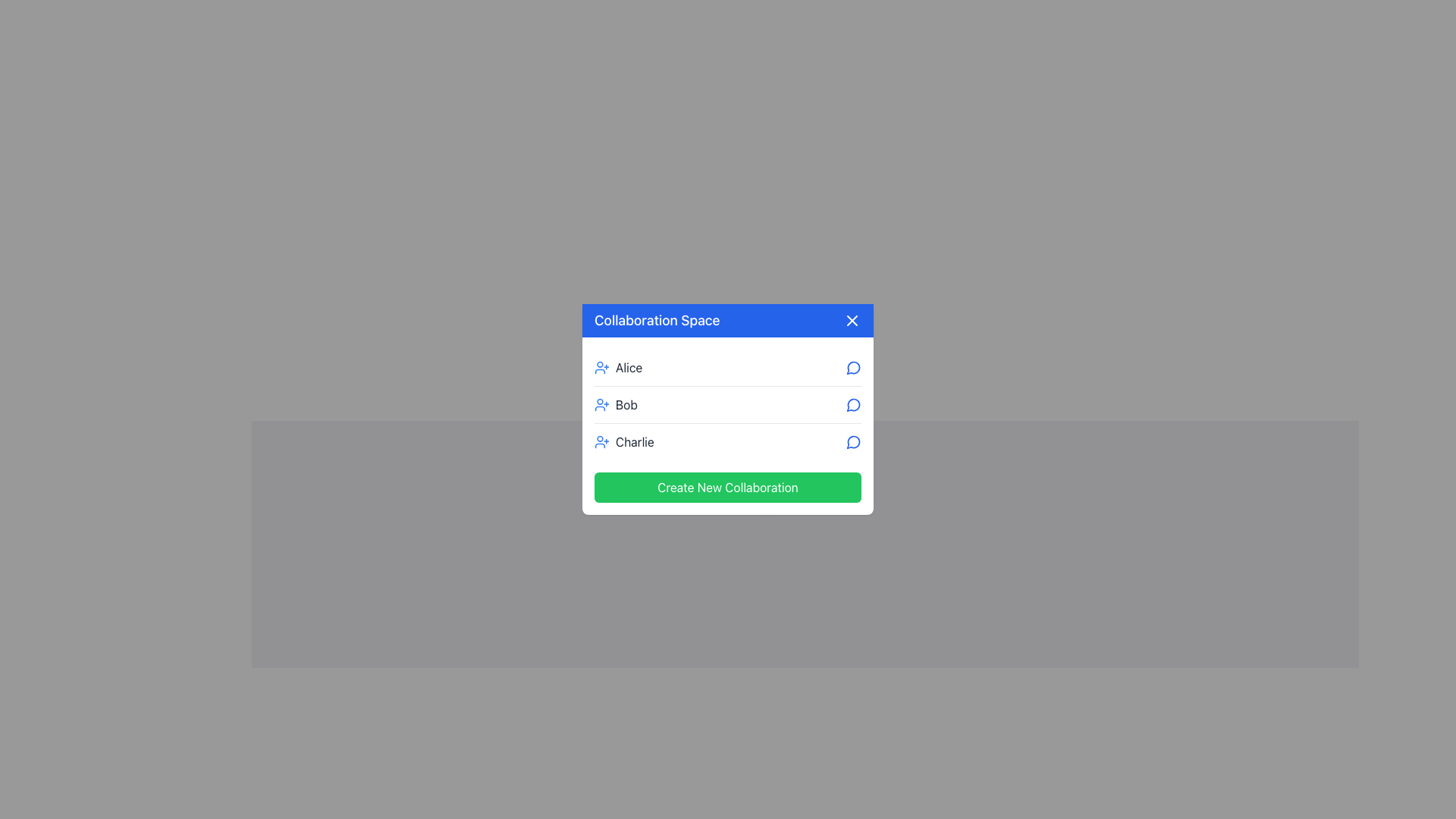 The height and width of the screenshot is (819, 1456). What do you see at coordinates (728, 426) in the screenshot?
I see `the second list item ('Bob') within the 'Collaboration Space' card` at bounding box center [728, 426].